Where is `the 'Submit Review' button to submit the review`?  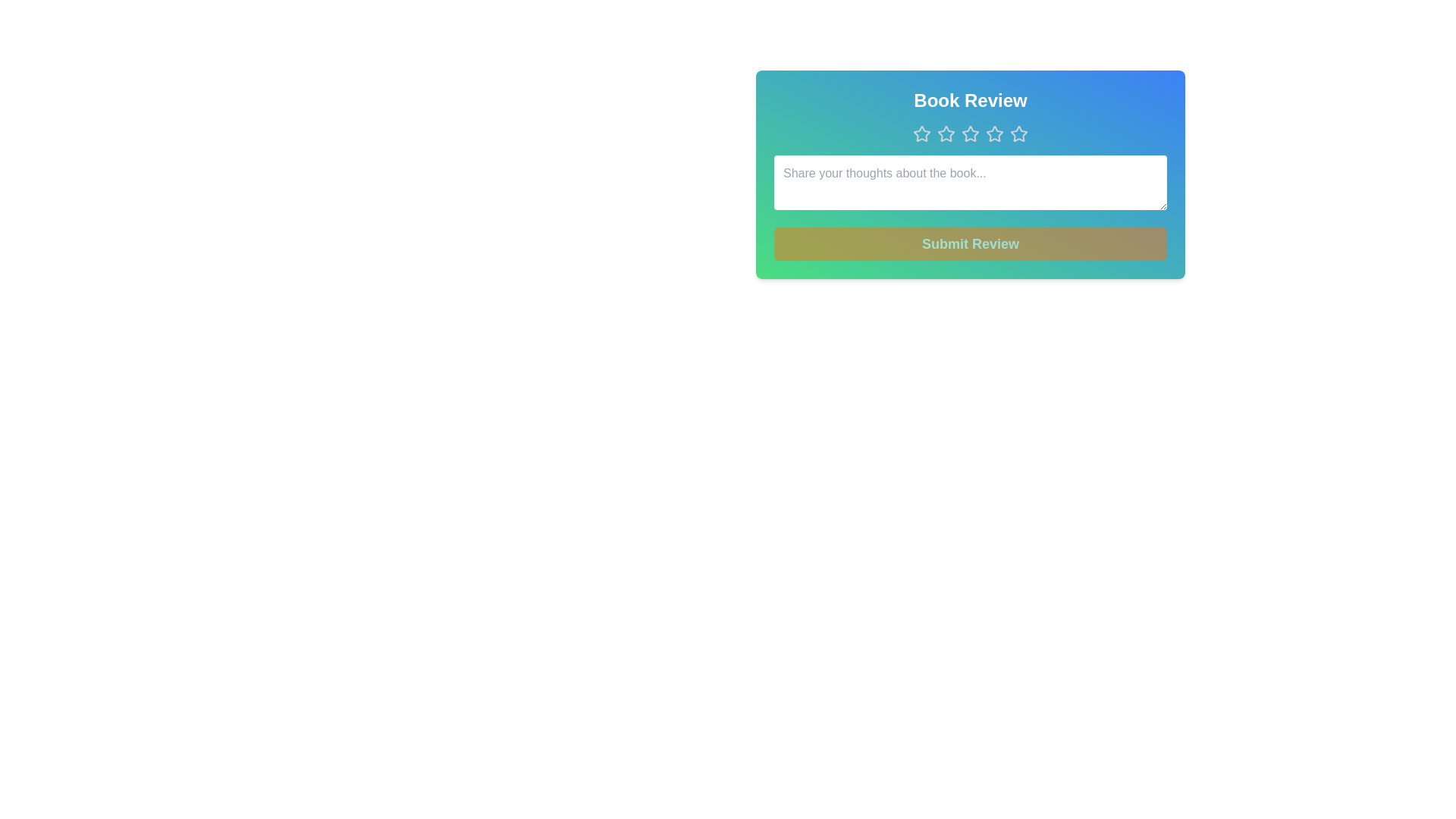
the 'Submit Review' button to submit the review is located at coordinates (971, 243).